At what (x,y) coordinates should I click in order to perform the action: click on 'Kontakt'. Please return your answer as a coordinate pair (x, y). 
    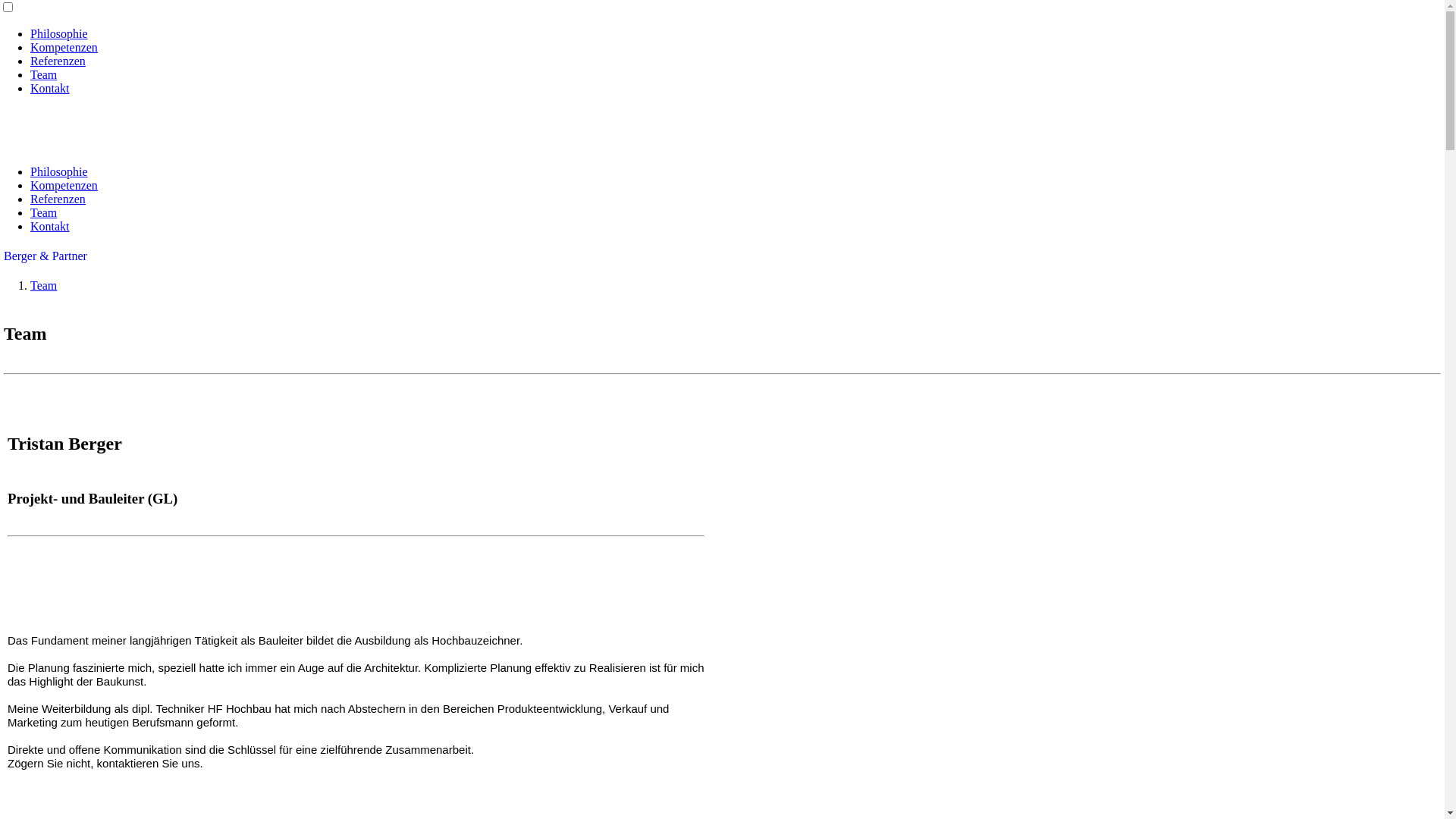
    Looking at the image, I should click on (50, 226).